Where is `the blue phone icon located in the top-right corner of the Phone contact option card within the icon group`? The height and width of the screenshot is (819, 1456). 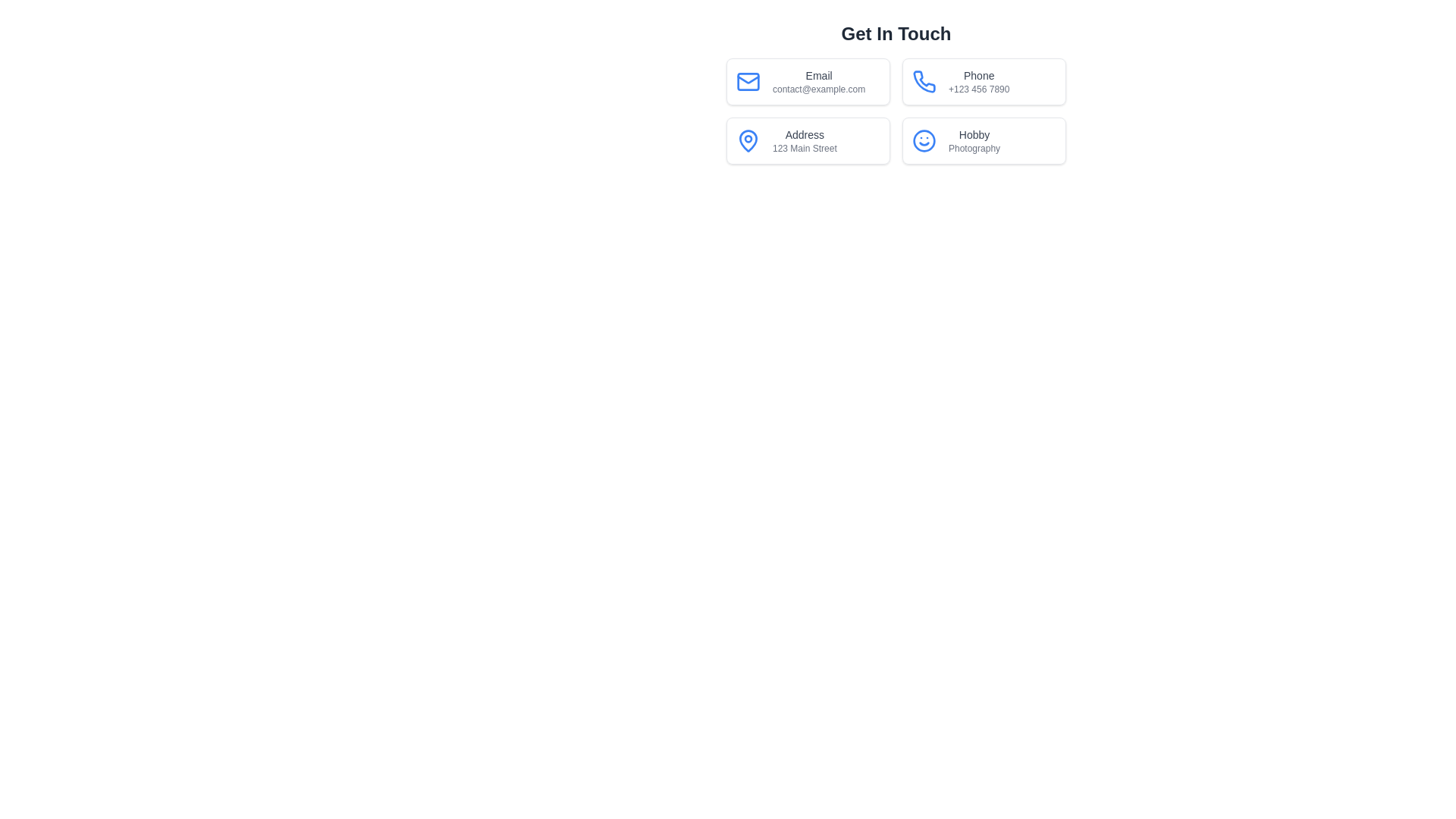 the blue phone icon located in the top-right corner of the Phone contact option card within the icon group is located at coordinates (924, 81).